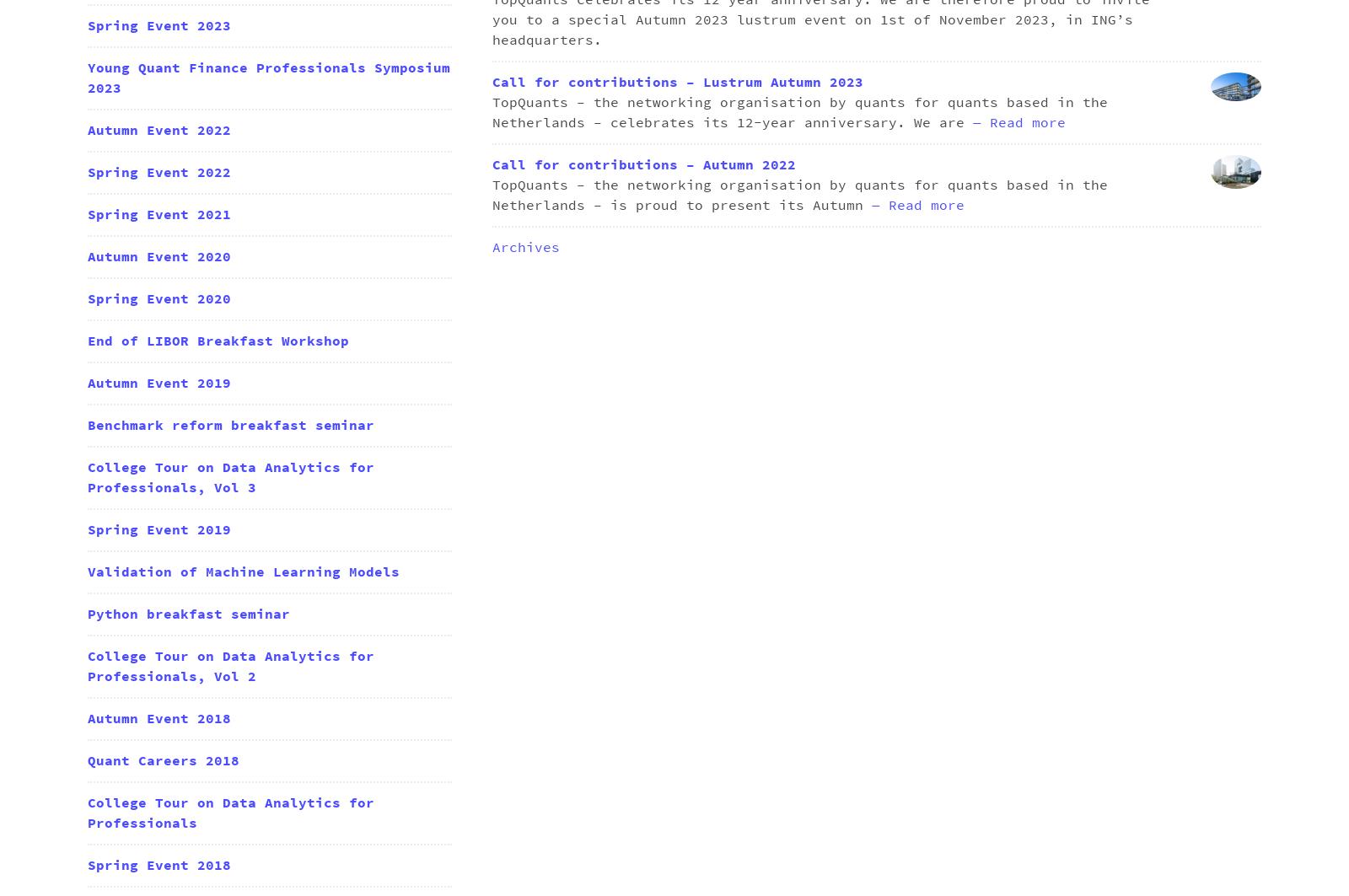  What do you see at coordinates (162, 760) in the screenshot?
I see `'Quant Careers 2018'` at bounding box center [162, 760].